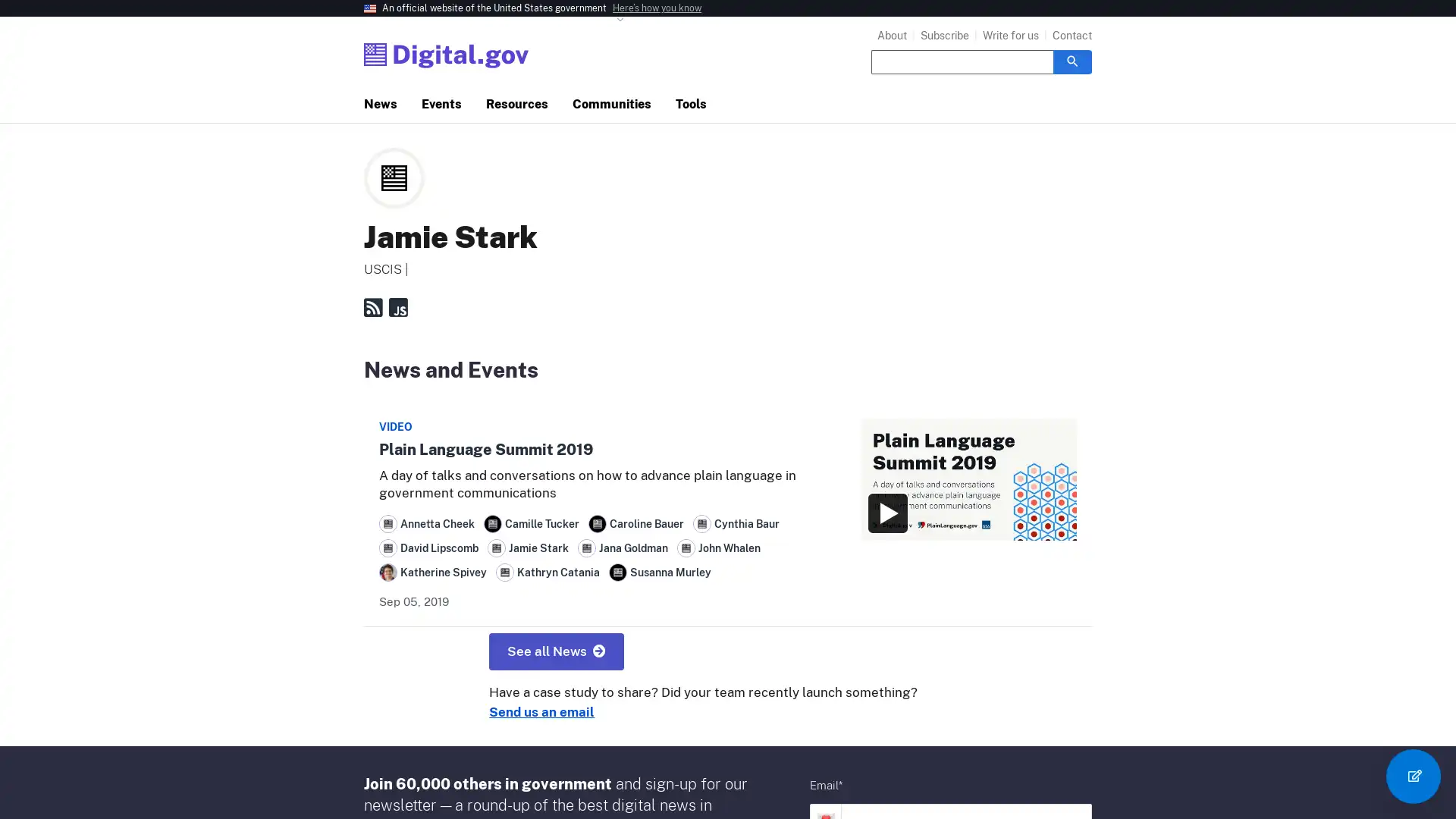 The height and width of the screenshot is (819, 1456). I want to click on Search, so click(1072, 61).